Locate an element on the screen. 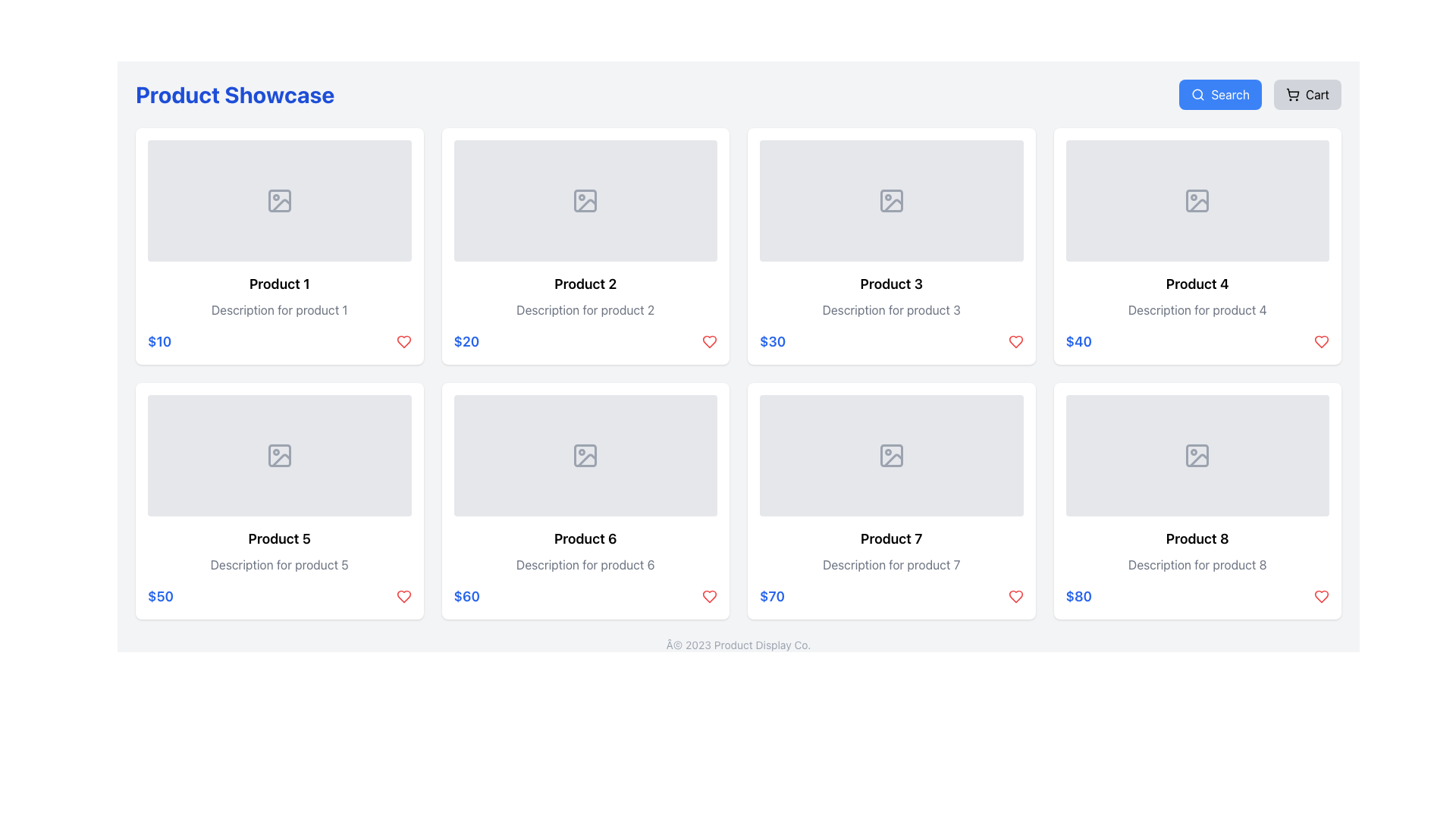 The image size is (1456, 819). price displayed in the bold blue font text label showing '$40', located below the 'Product 4' title in the grid layout is located at coordinates (1078, 342).